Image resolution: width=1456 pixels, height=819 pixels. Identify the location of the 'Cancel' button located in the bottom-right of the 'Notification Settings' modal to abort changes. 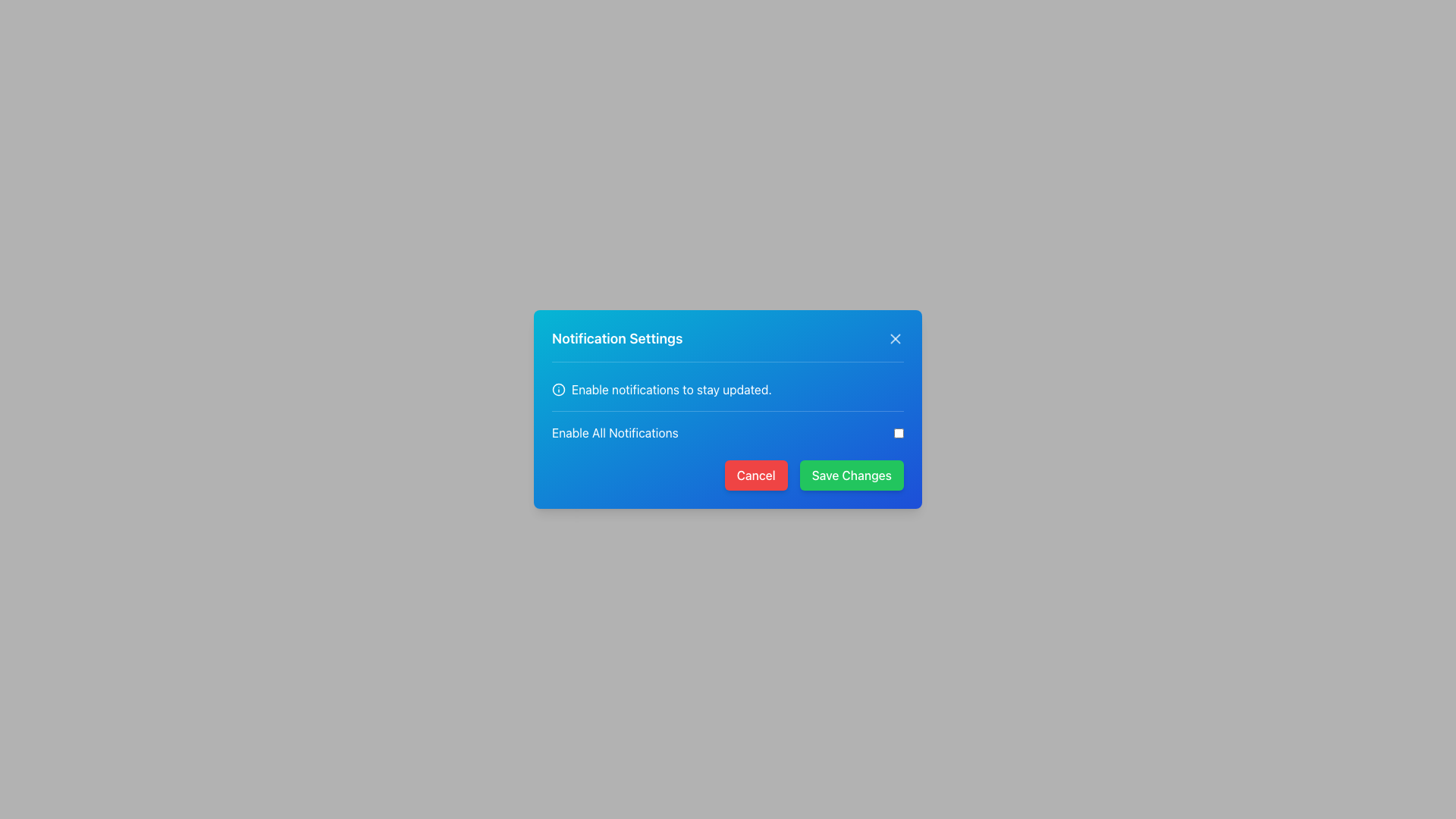
(728, 475).